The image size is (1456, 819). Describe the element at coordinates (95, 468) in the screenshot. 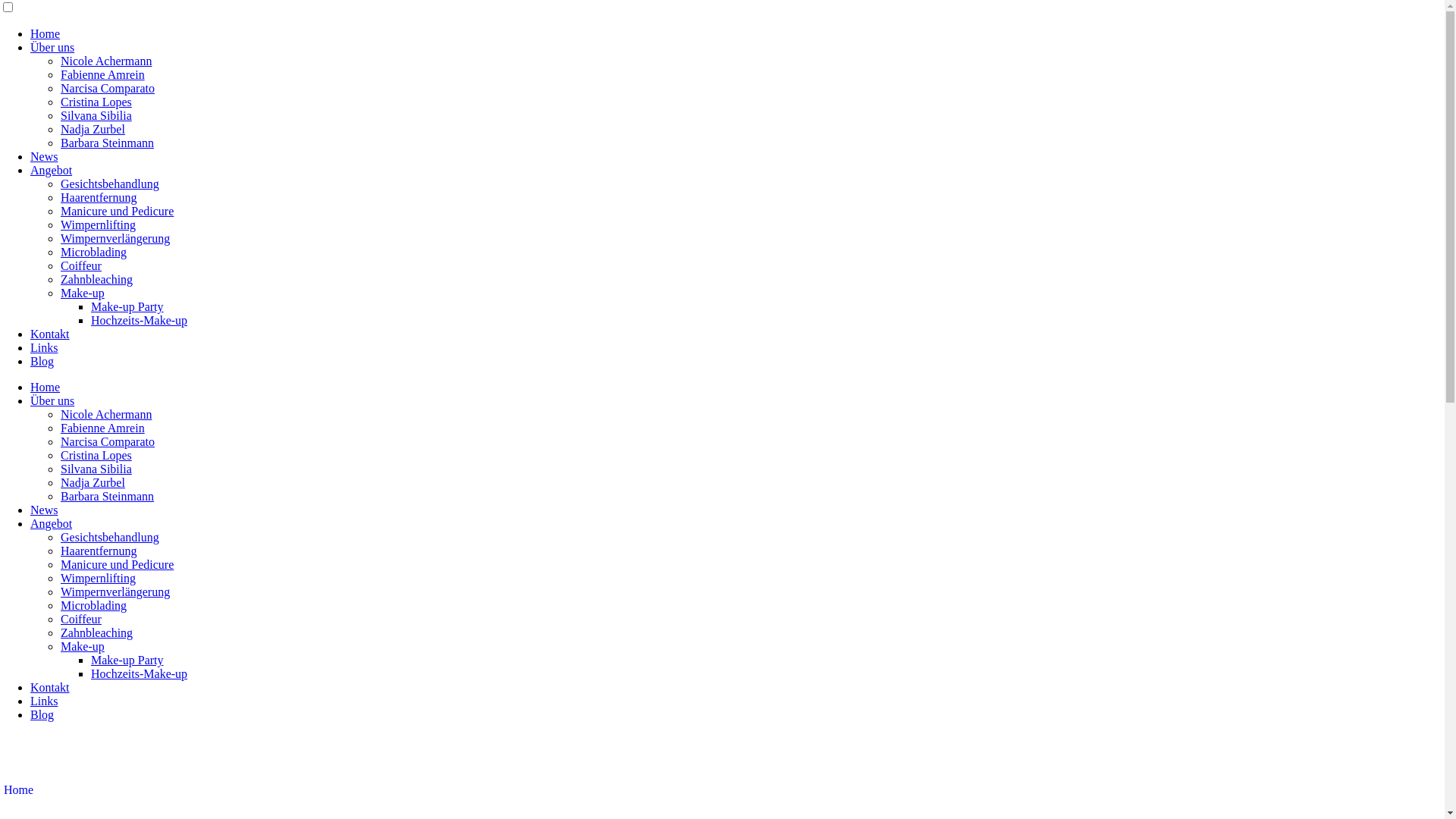

I see `'Silvana Sibilia'` at that location.